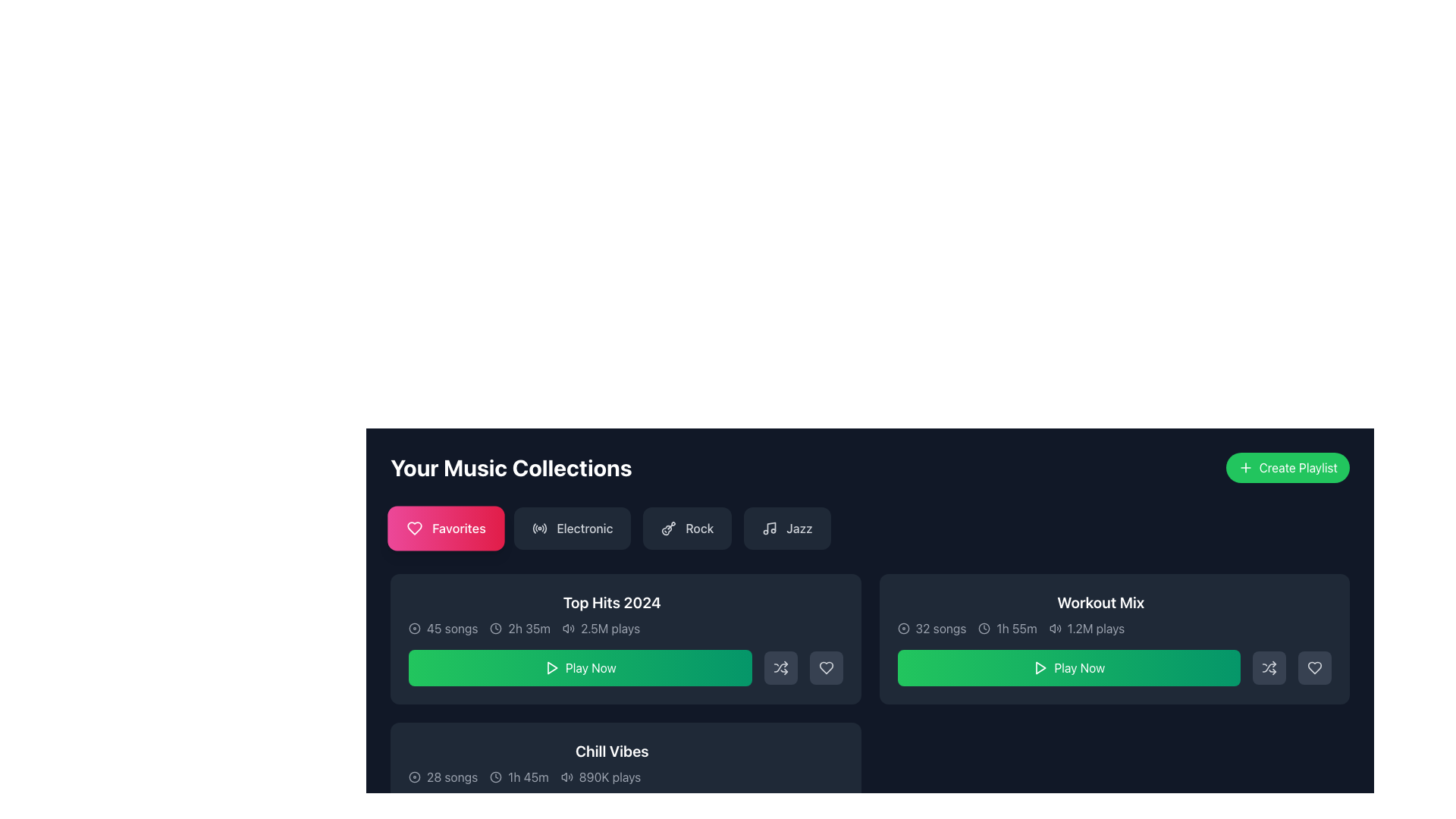 This screenshot has height=819, width=1456. What do you see at coordinates (940, 629) in the screenshot?
I see `the text label displaying '32 songs', which is located to the right of a disc-shaped icon in the 'Workout Mix' section` at bounding box center [940, 629].